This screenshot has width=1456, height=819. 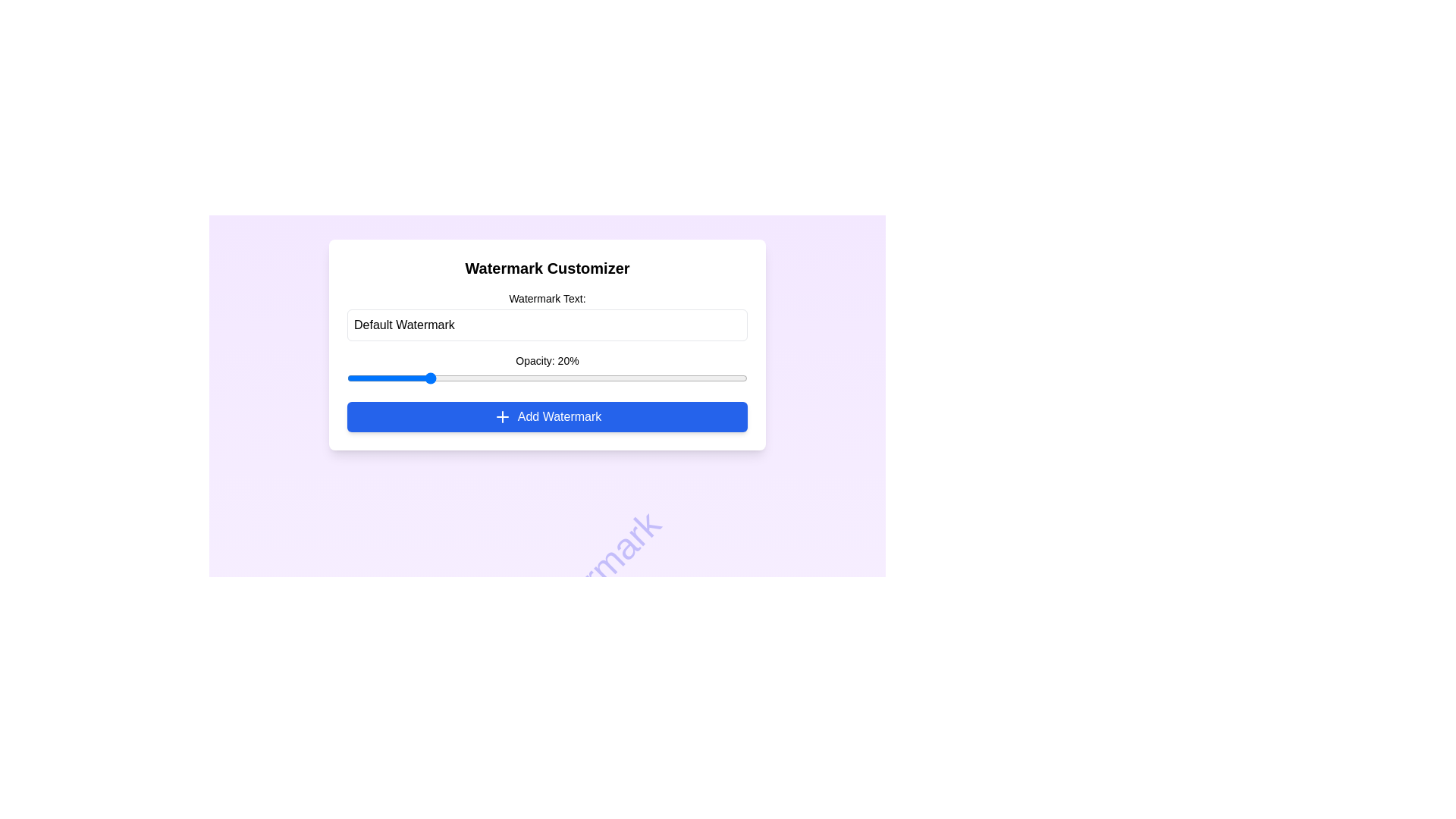 What do you see at coordinates (346, 377) in the screenshot?
I see `the slider` at bounding box center [346, 377].